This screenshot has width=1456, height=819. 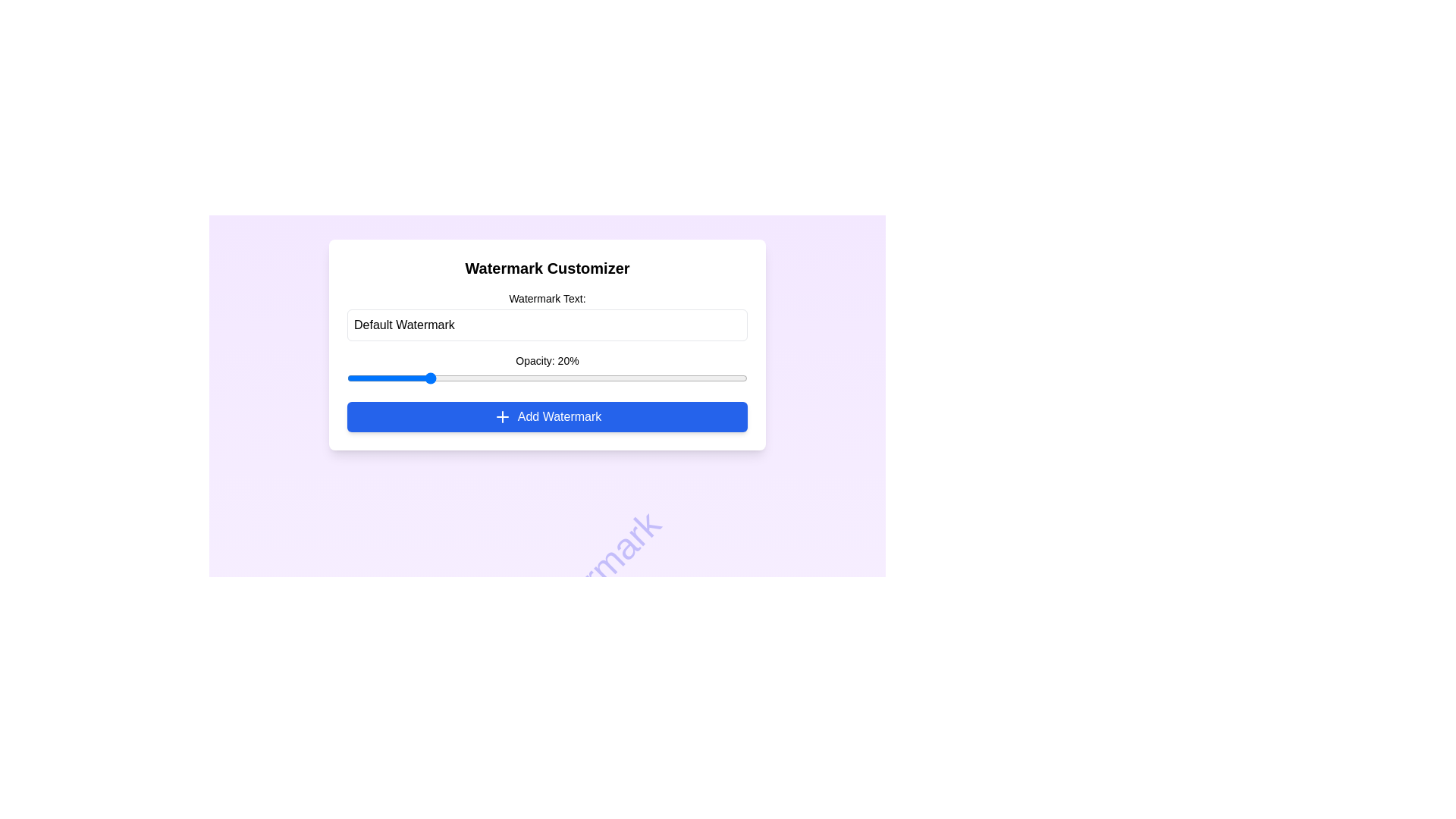 What do you see at coordinates (346, 377) in the screenshot?
I see `the slider` at bounding box center [346, 377].